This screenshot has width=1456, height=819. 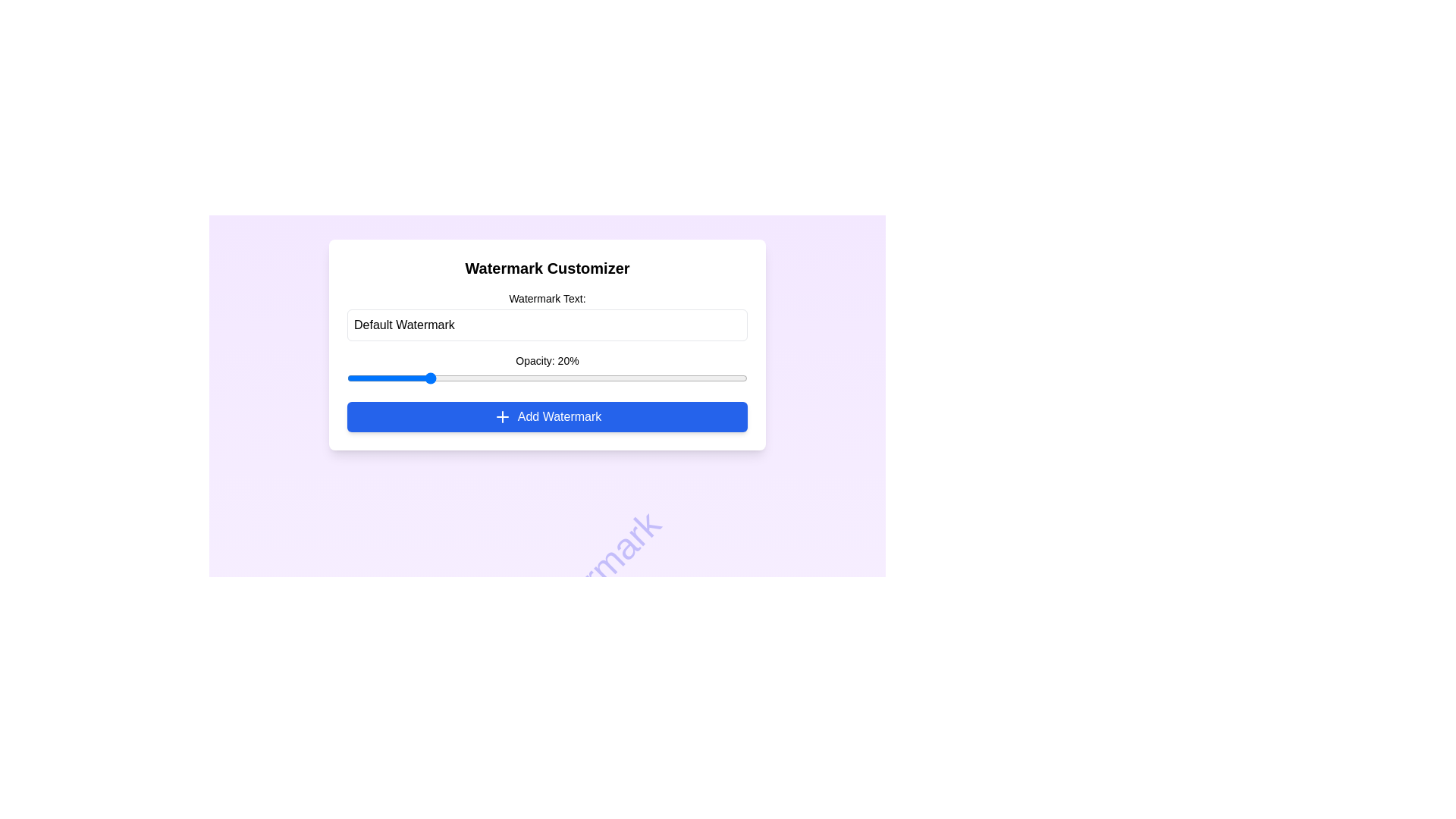 What do you see at coordinates (346, 377) in the screenshot?
I see `the slider` at bounding box center [346, 377].